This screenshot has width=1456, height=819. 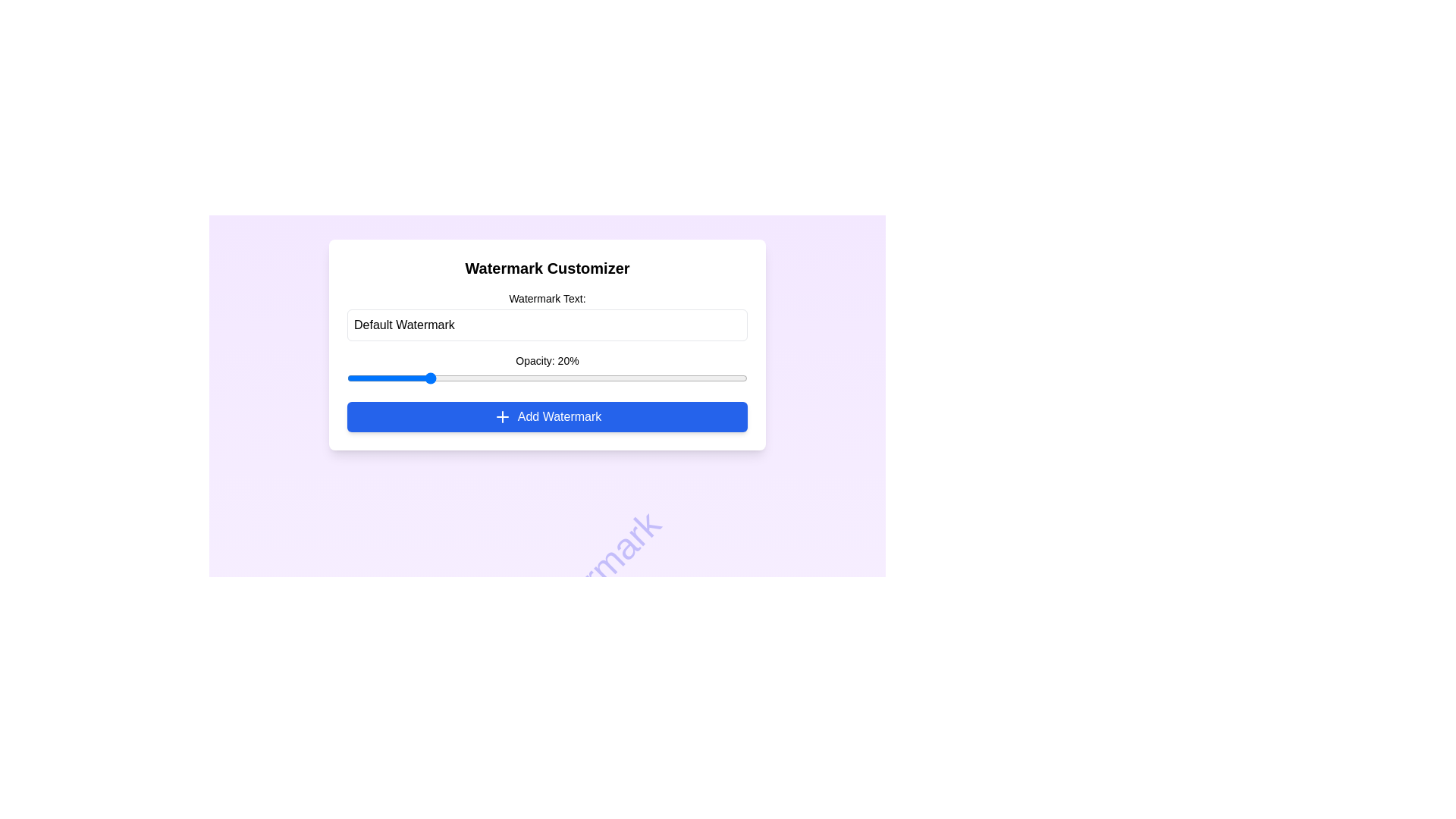 What do you see at coordinates (346, 377) in the screenshot?
I see `the slider` at bounding box center [346, 377].